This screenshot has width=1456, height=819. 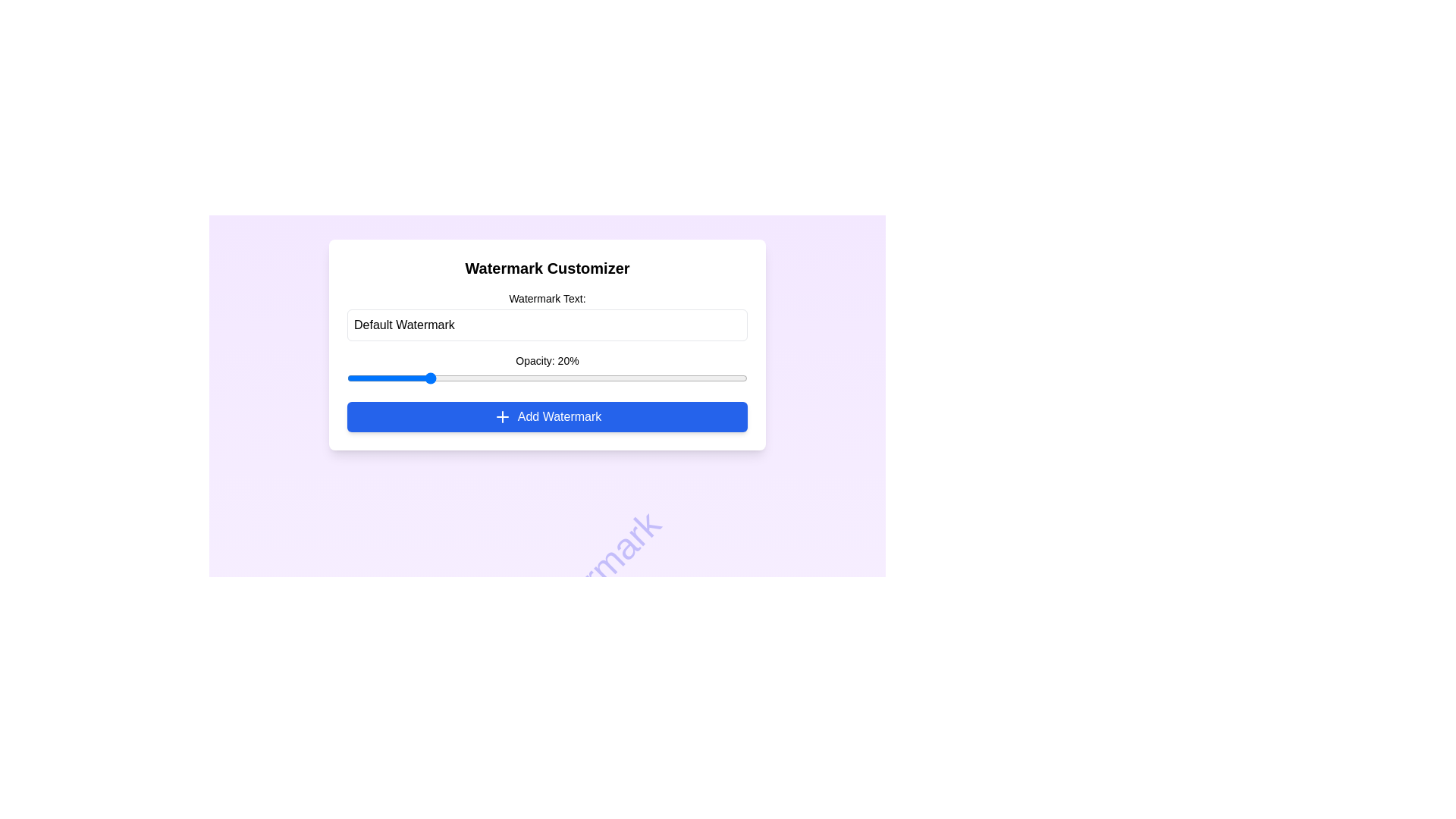 What do you see at coordinates (346, 377) in the screenshot?
I see `the slider` at bounding box center [346, 377].